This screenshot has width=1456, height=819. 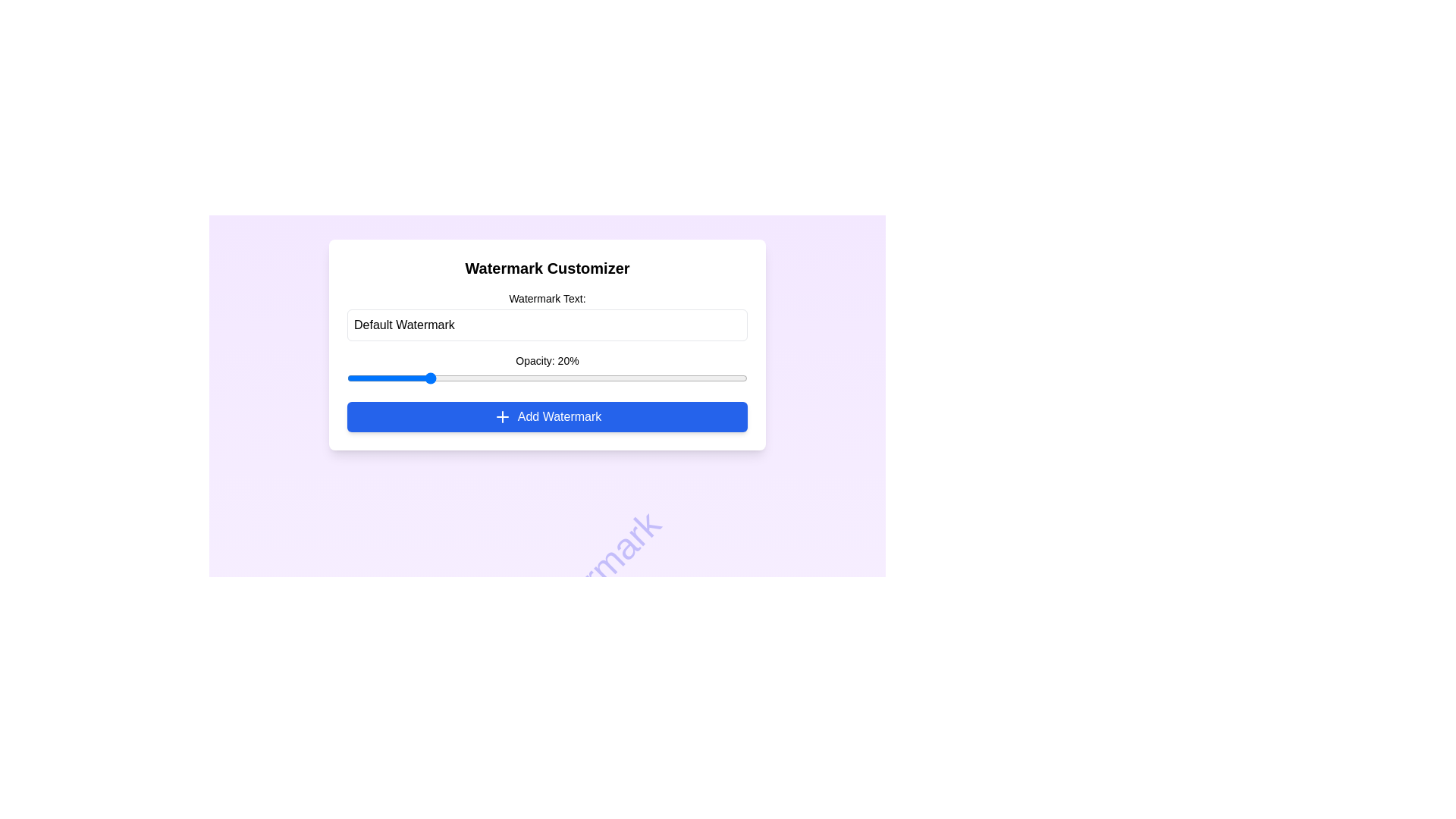 What do you see at coordinates (346, 377) in the screenshot?
I see `the slider` at bounding box center [346, 377].